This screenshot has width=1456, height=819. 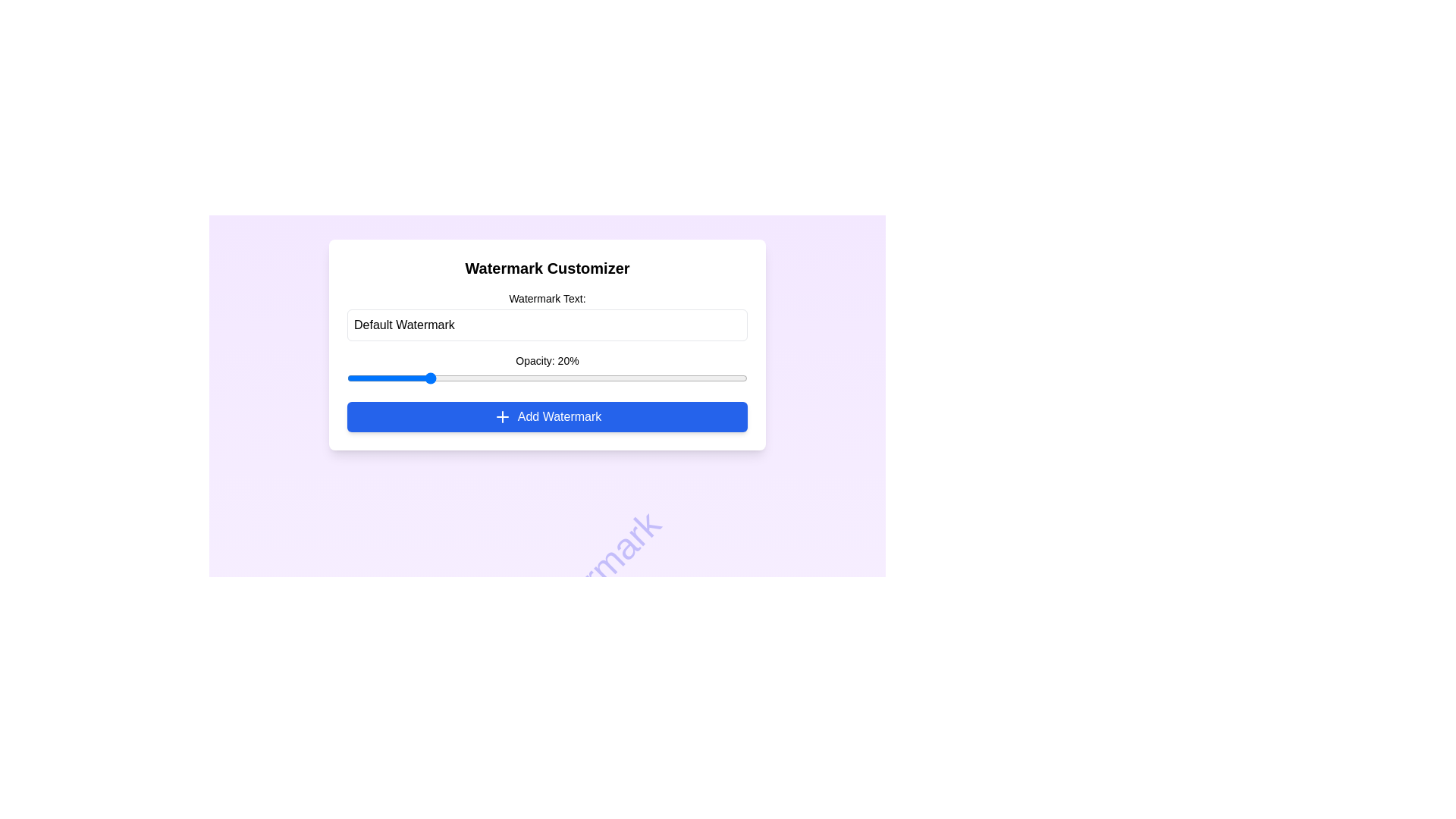 What do you see at coordinates (346, 377) in the screenshot?
I see `the slider` at bounding box center [346, 377].